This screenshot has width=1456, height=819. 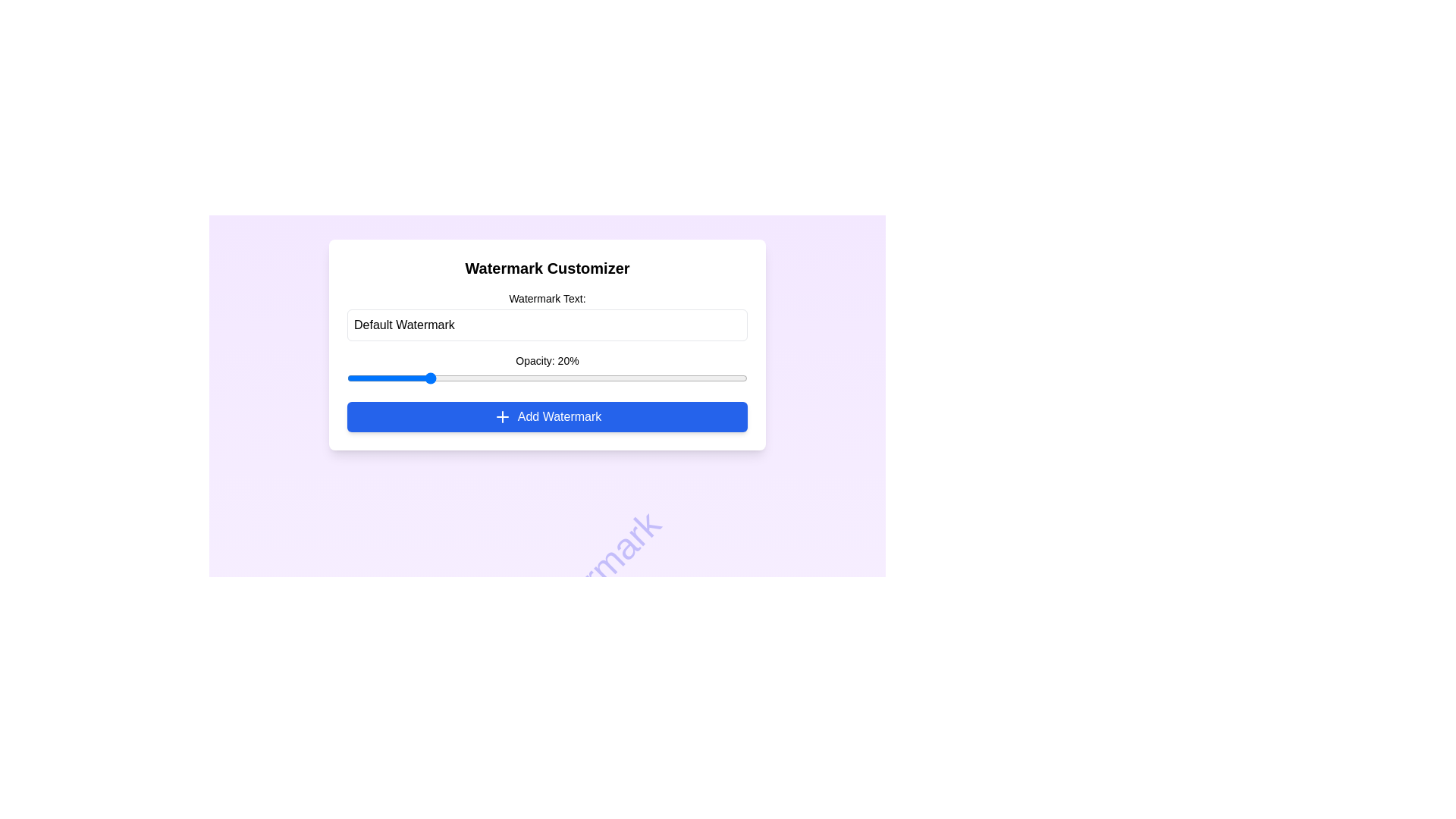 What do you see at coordinates (346, 377) in the screenshot?
I see `the slider` at bounding box center [346, 377].